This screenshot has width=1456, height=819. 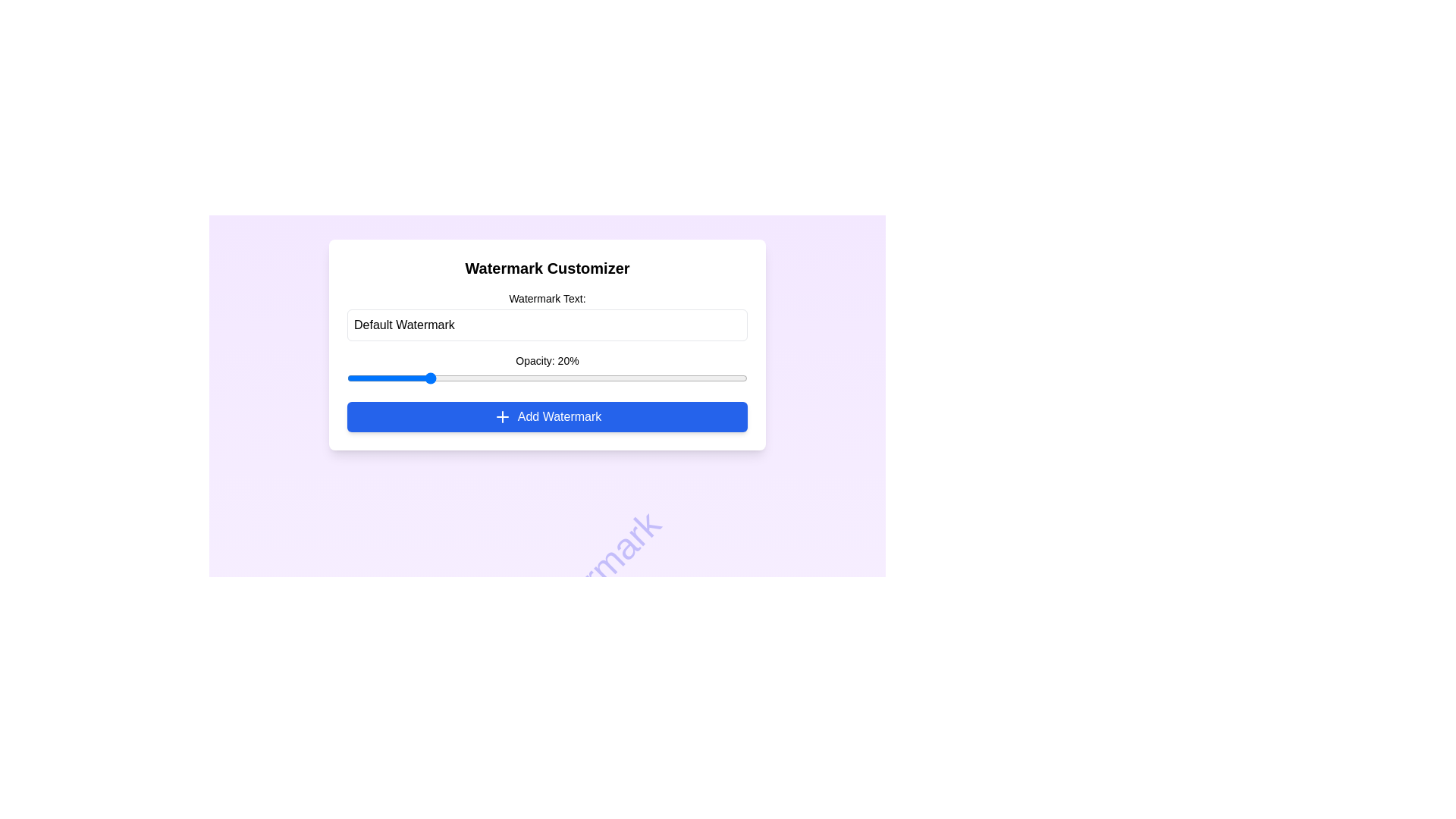 What do you see at coordinates (346, 377) in the screenshot?
I see `the slider` at bounding box center [346, 377].